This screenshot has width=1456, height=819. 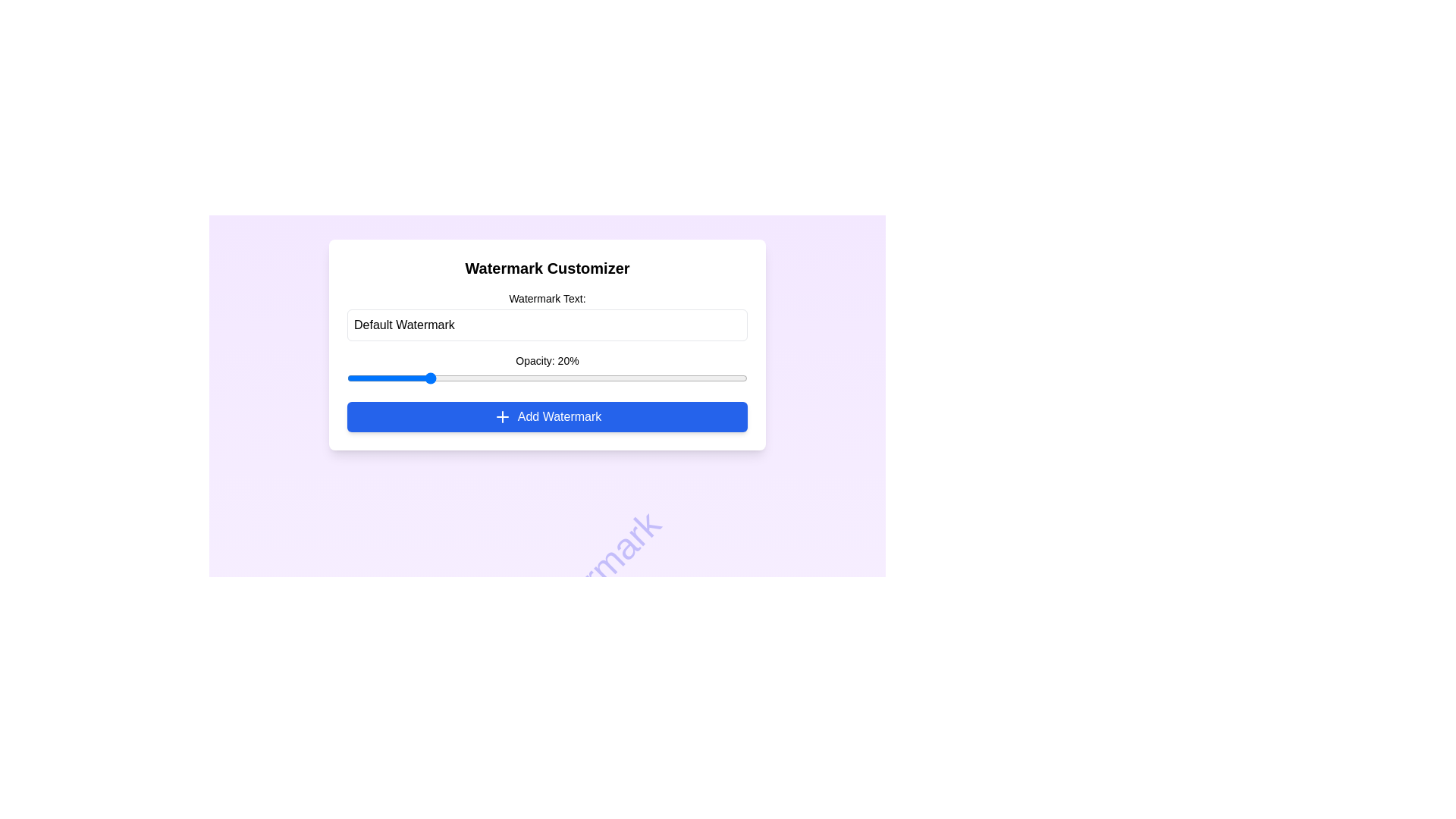 What do you see at coordinates (346, 377) in the screenshot?
I see `the slider` at bounding box center [346, 377].